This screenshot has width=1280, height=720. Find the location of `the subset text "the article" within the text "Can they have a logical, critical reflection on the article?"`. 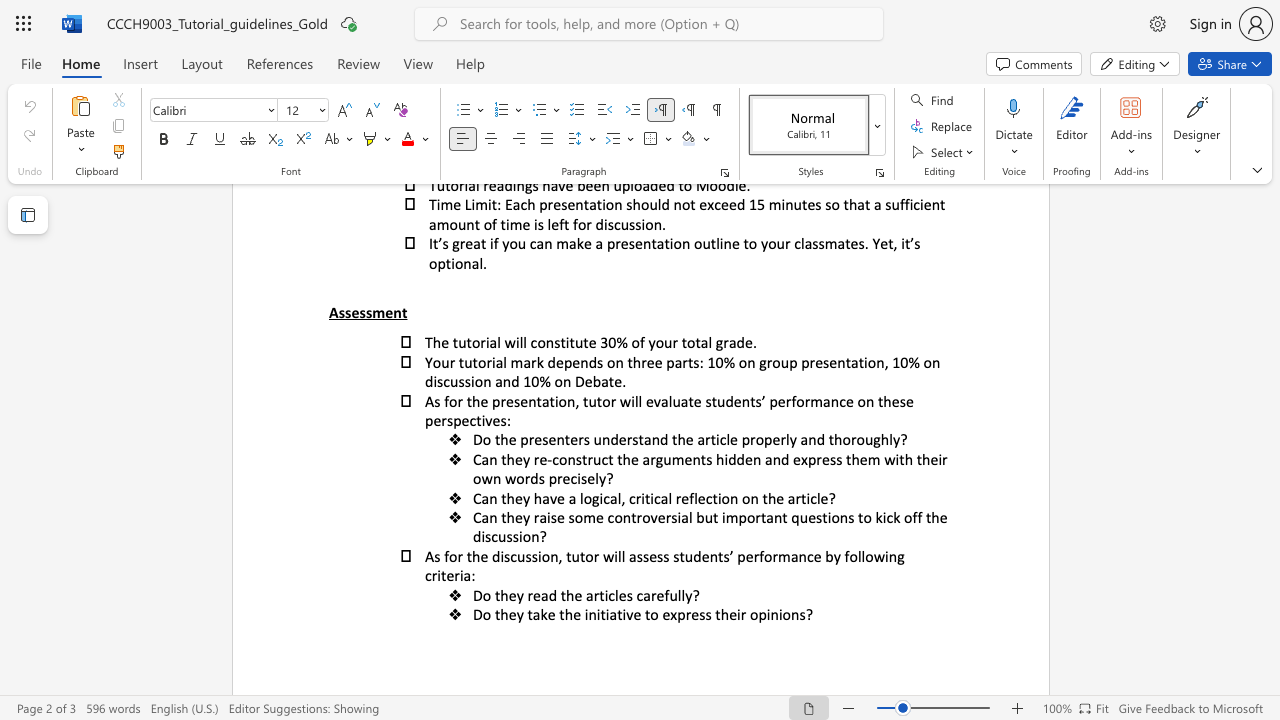

the subset text "the article" within the text "Can they have a logical, critical reflection on the article?" is located at coordinates (761, 497).